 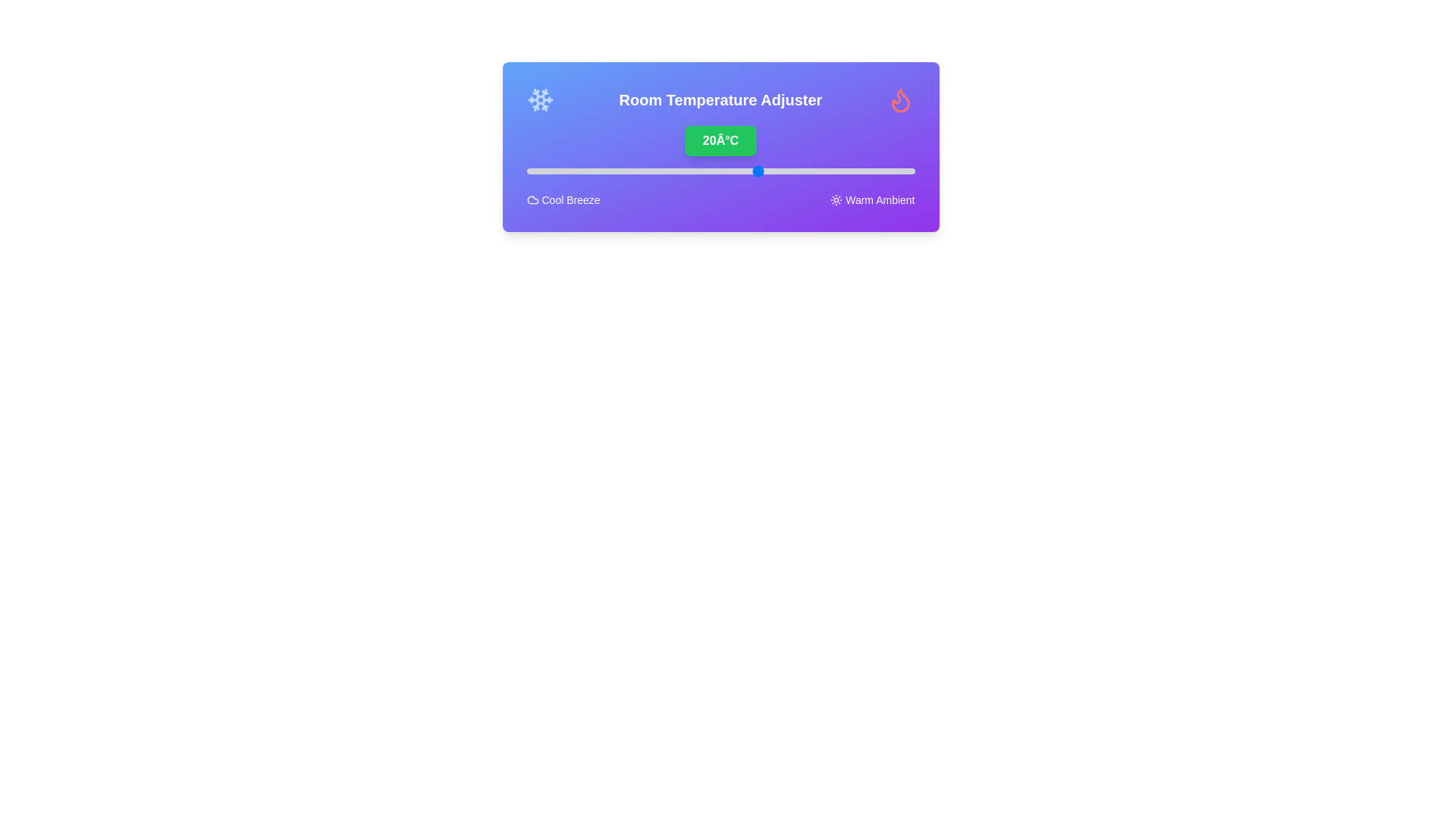 I want to click on the temperature slider to set the temperature to 0°C, so click(x=603, y=171).